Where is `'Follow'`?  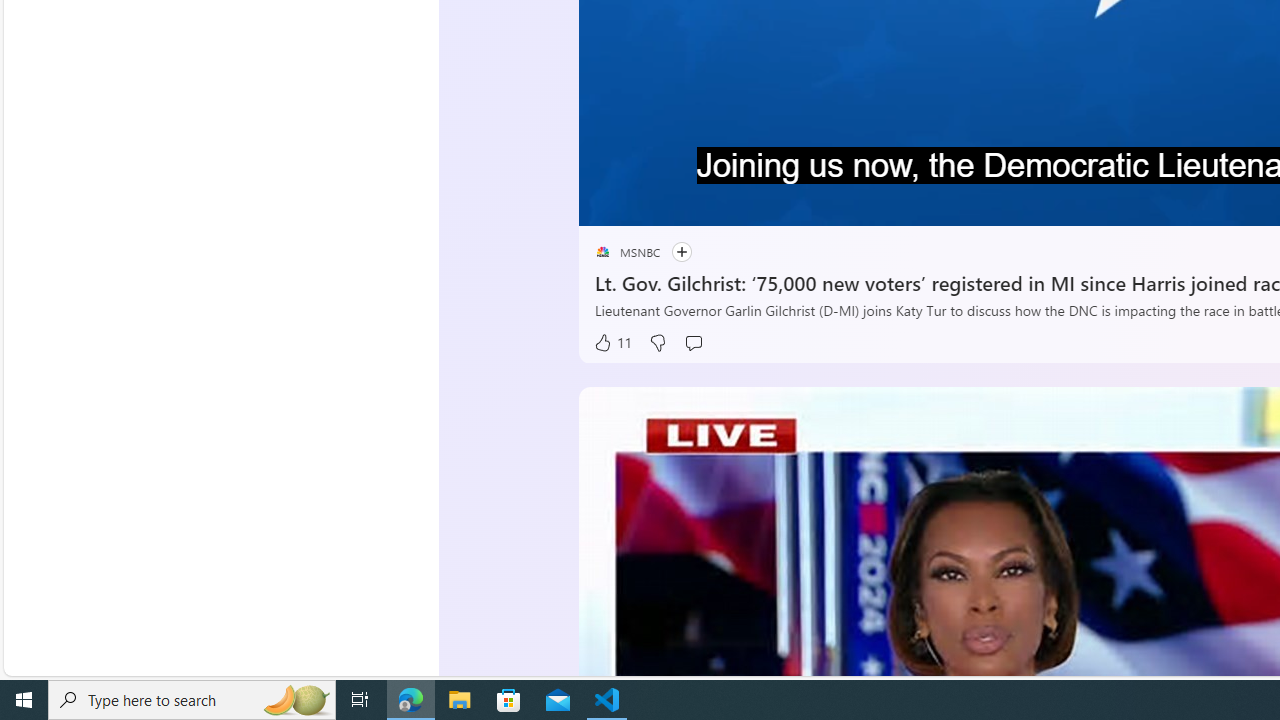 'Follow' is located at coordinates (671, 251).